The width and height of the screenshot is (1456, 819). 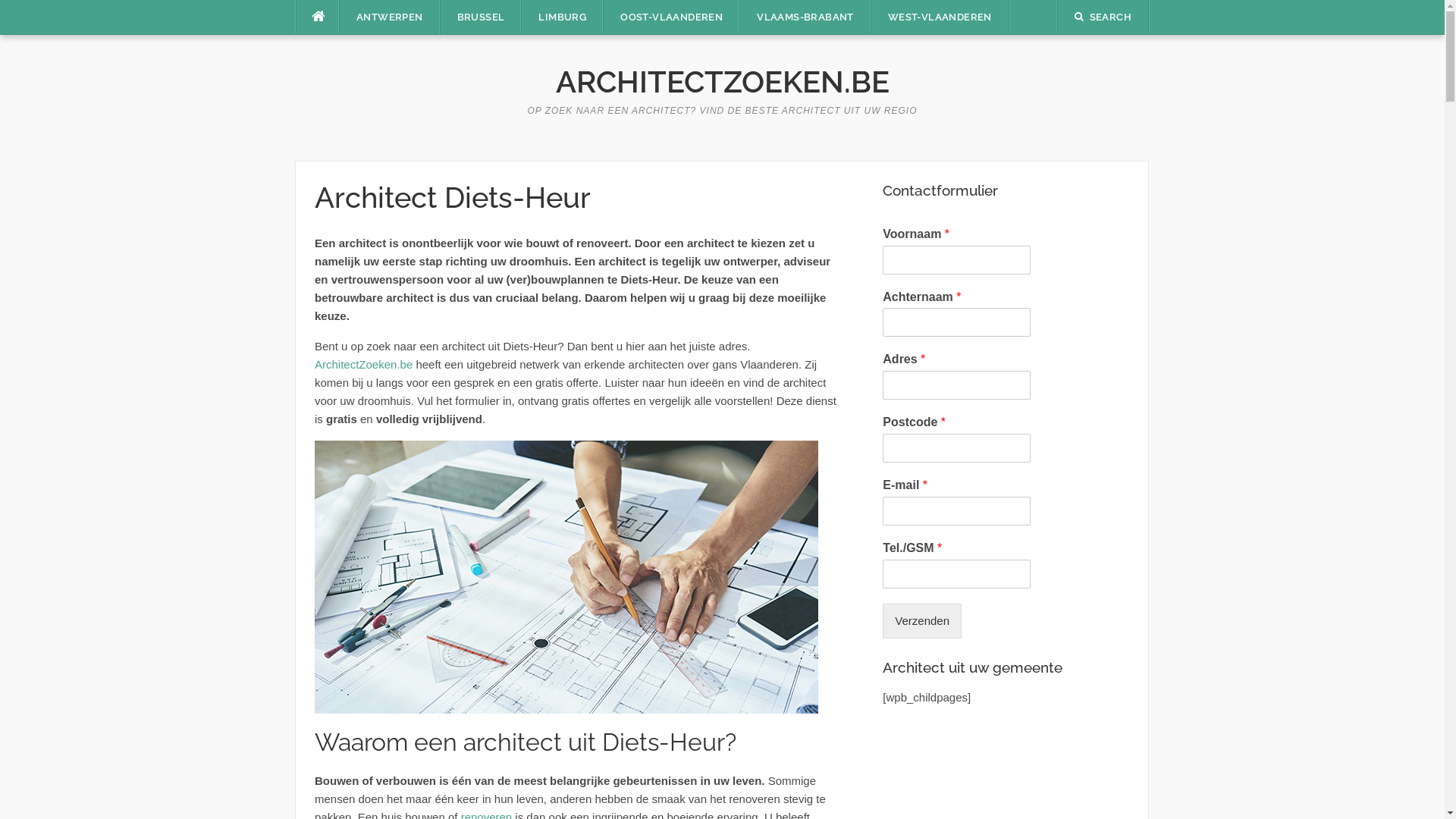 I want to click on 'WEST-VLAANDEREN', so click(x=939, y=17).